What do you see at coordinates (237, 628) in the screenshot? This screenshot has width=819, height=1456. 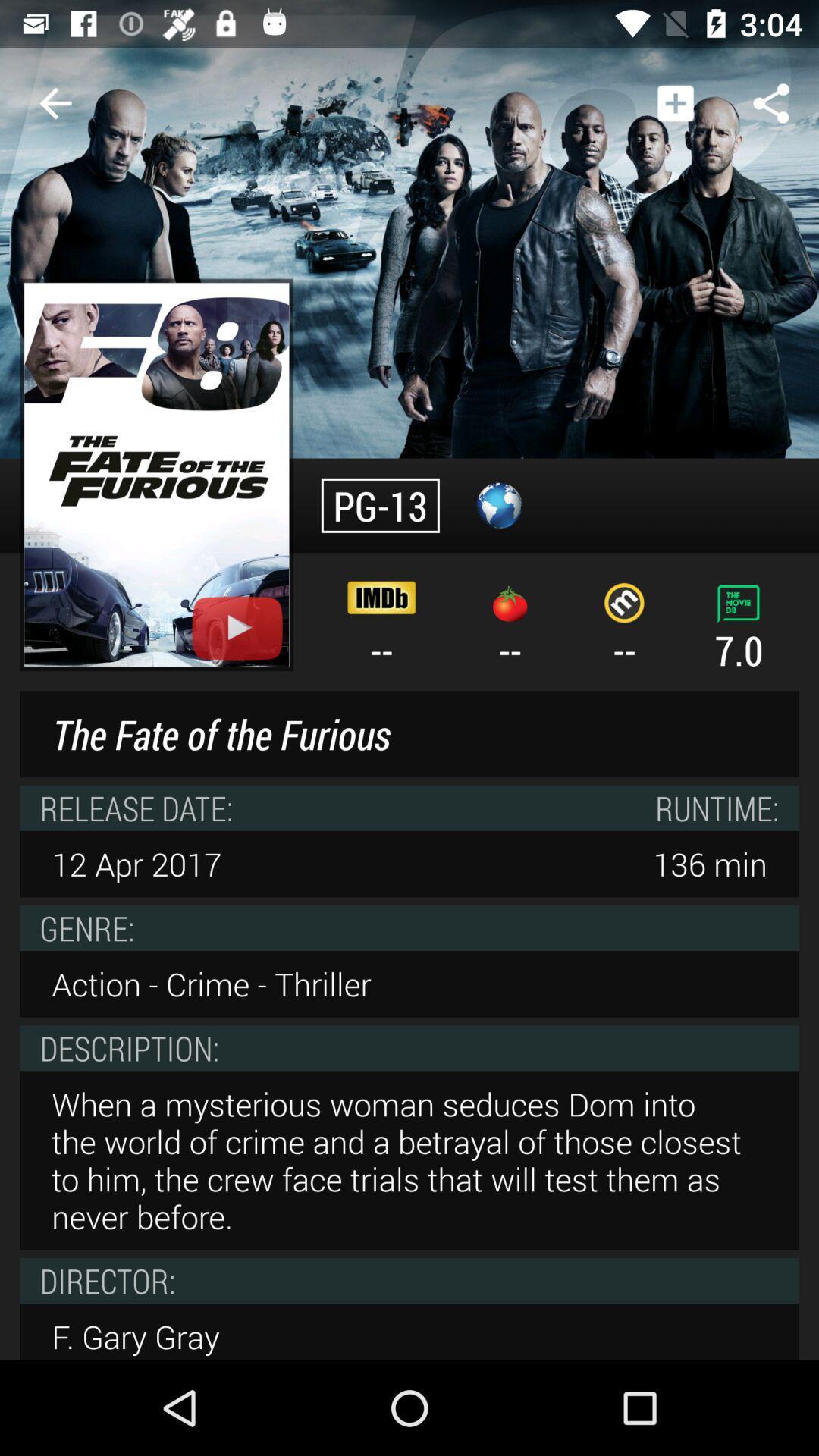 I see `plays trailer` at bounding box center [237, 628].